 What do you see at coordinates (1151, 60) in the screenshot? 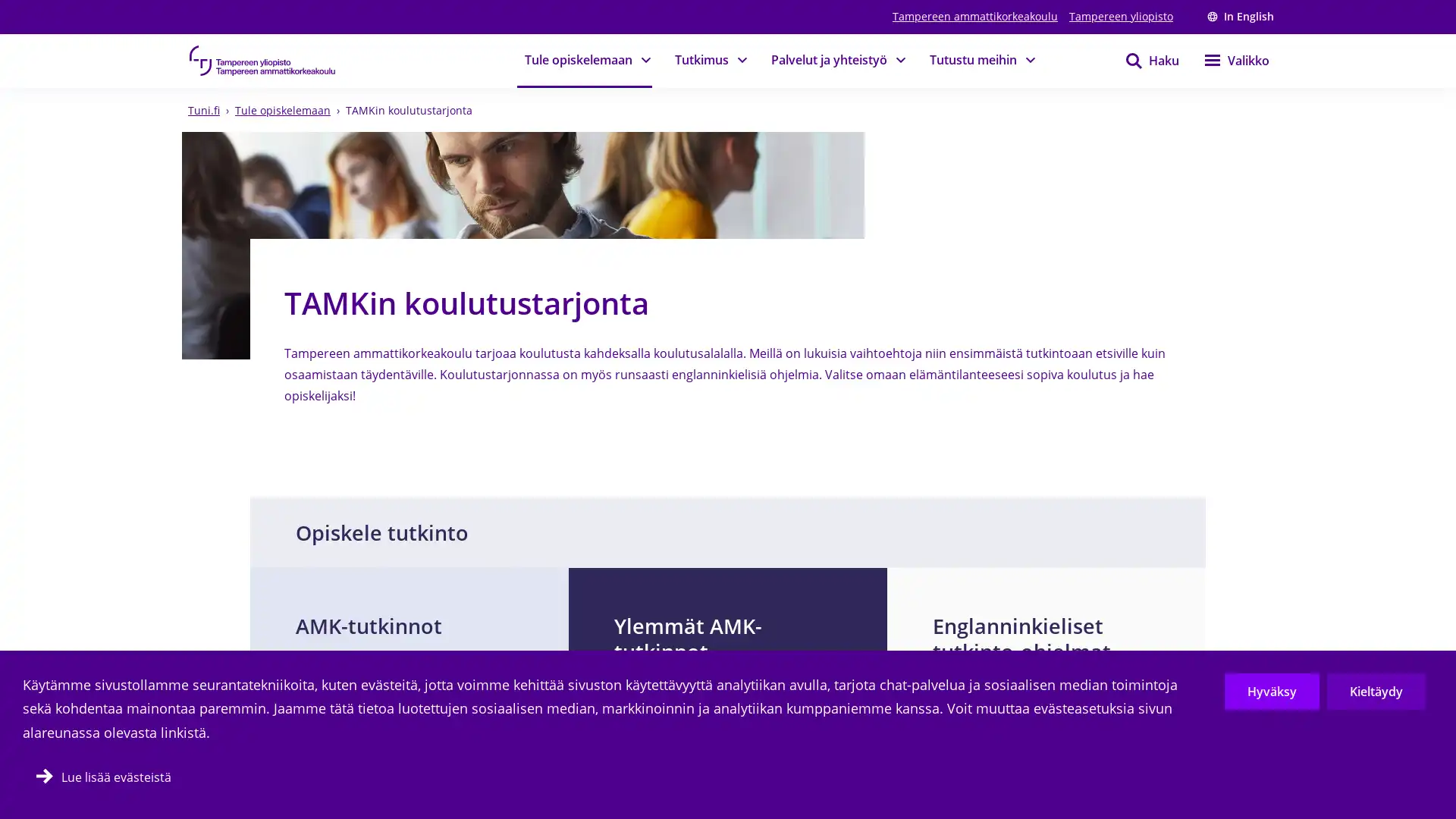
I see `Haku` at bounding box center [1151, 60].